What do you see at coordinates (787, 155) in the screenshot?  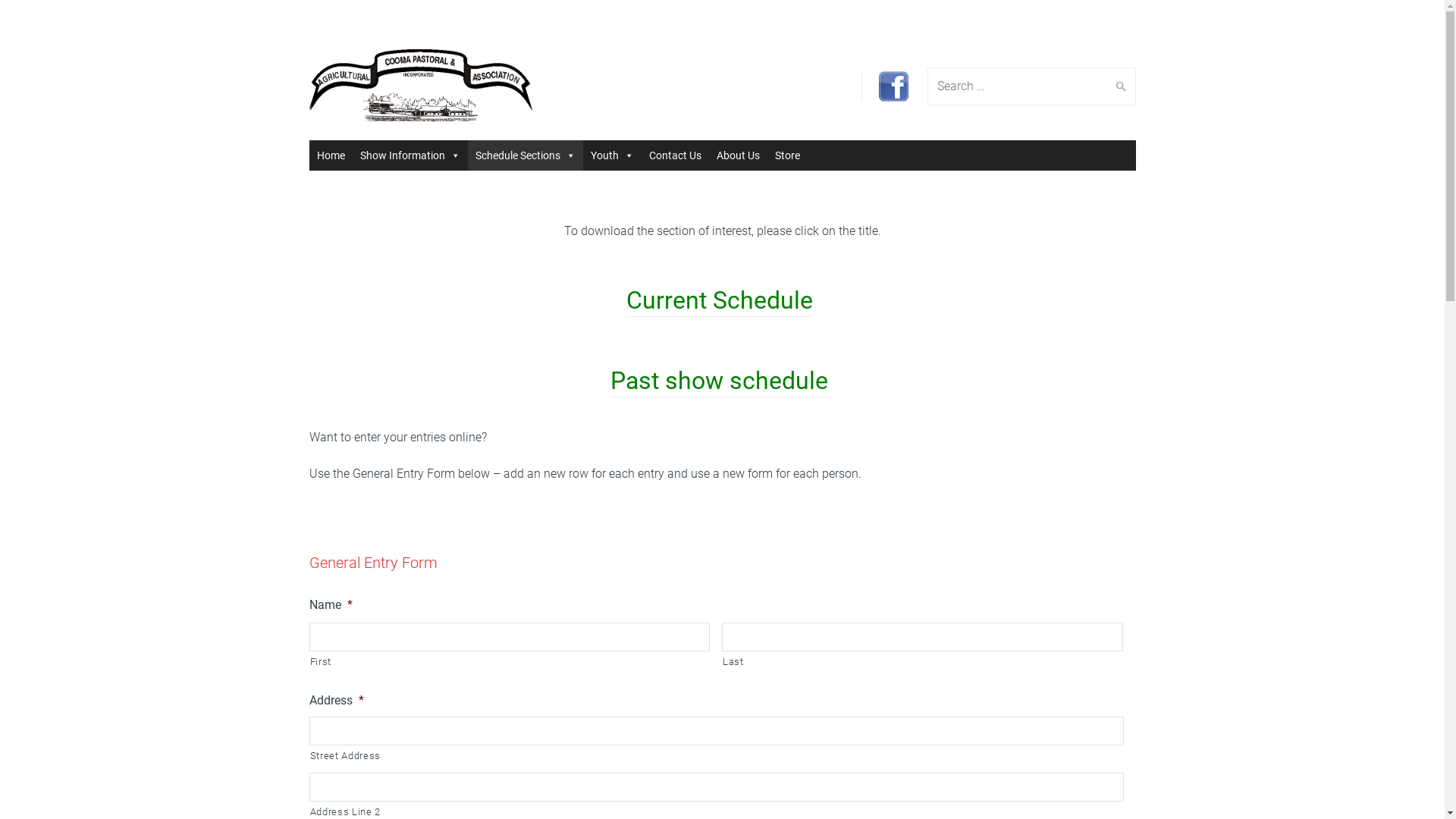 I see `'Store'` at bounding box center [787, 155].